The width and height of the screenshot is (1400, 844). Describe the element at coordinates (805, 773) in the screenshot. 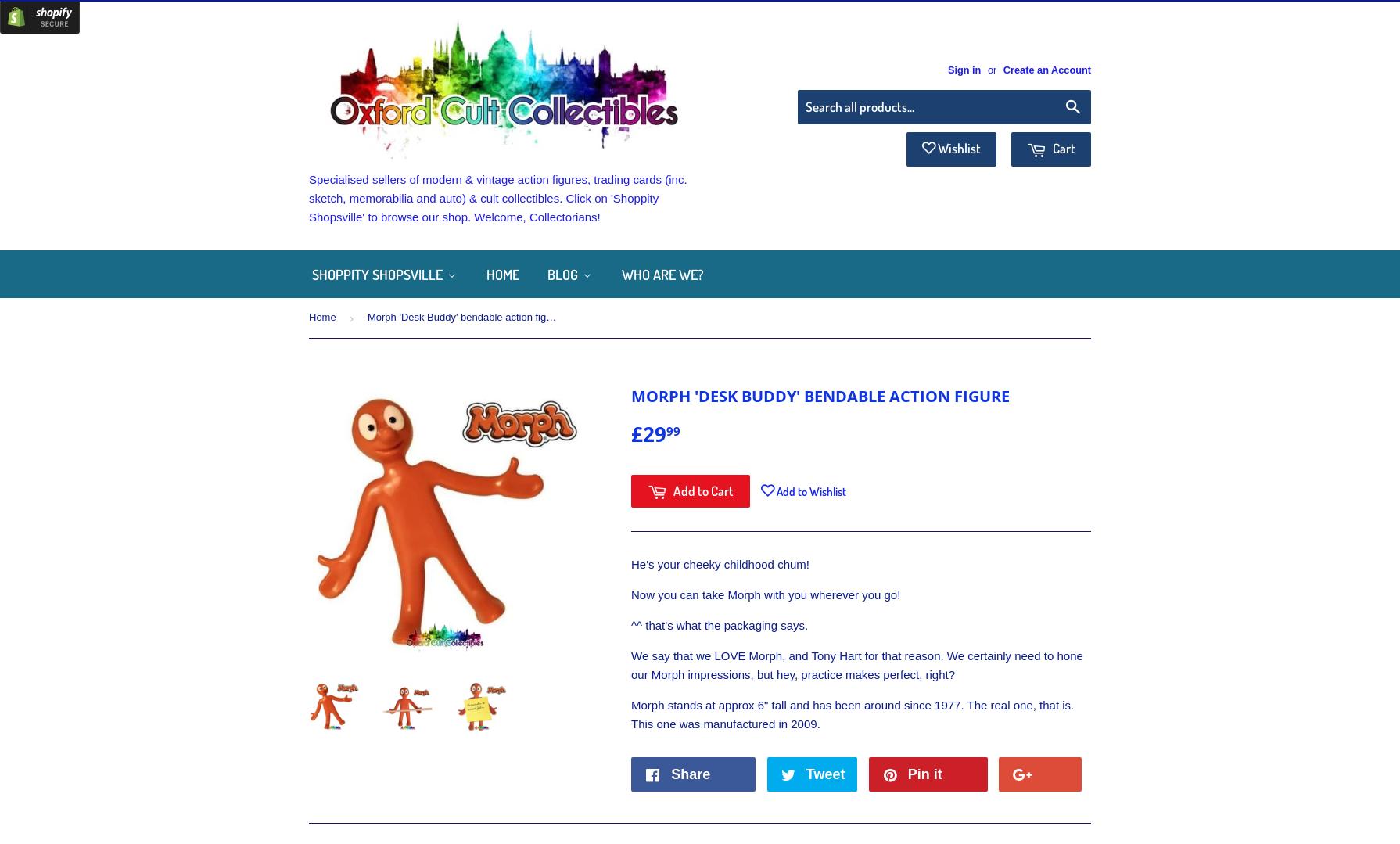

I see `'Tweet'` at that location.